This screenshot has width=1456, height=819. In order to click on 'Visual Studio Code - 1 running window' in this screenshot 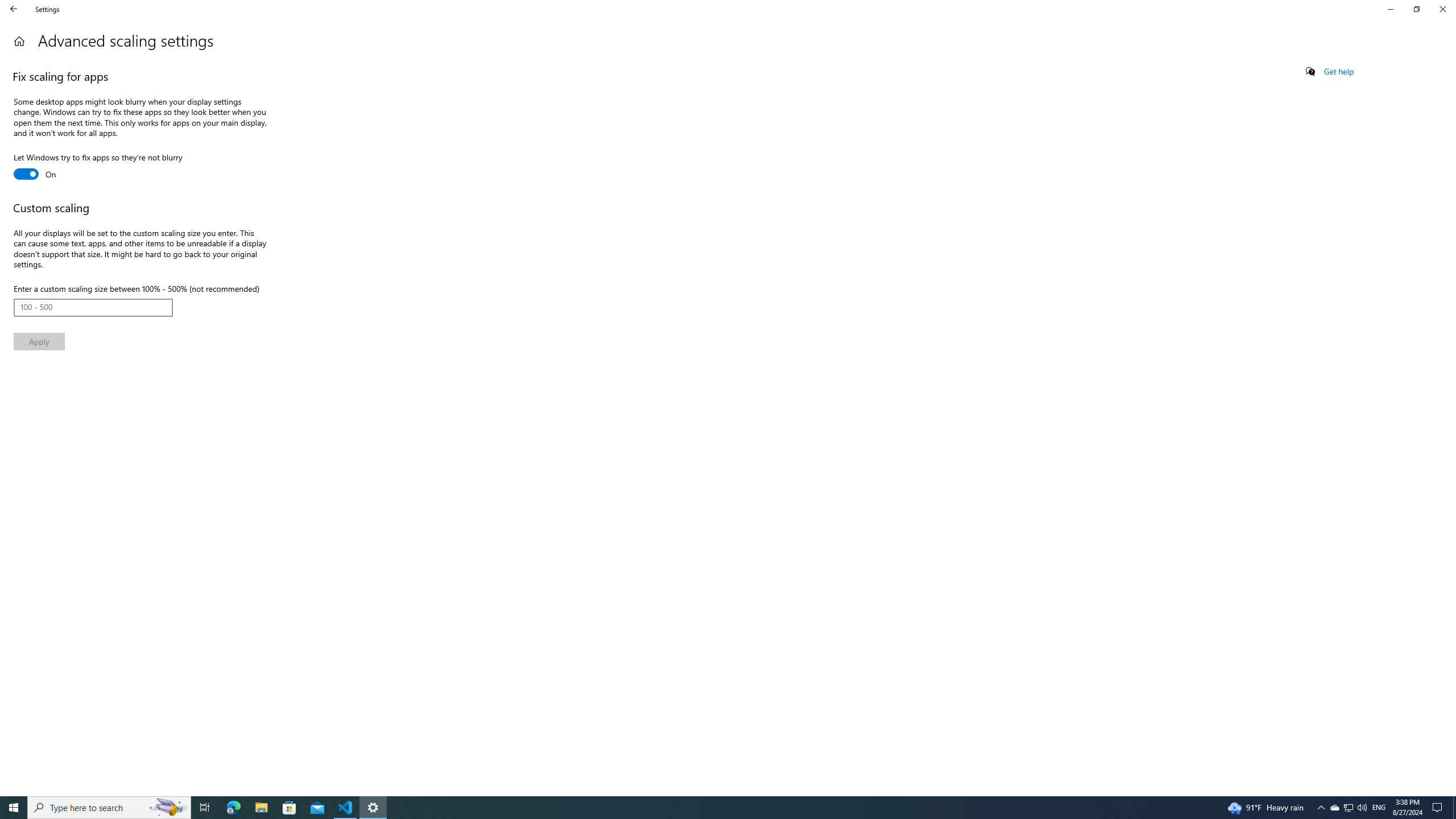, I will do `click(345, 806)`.